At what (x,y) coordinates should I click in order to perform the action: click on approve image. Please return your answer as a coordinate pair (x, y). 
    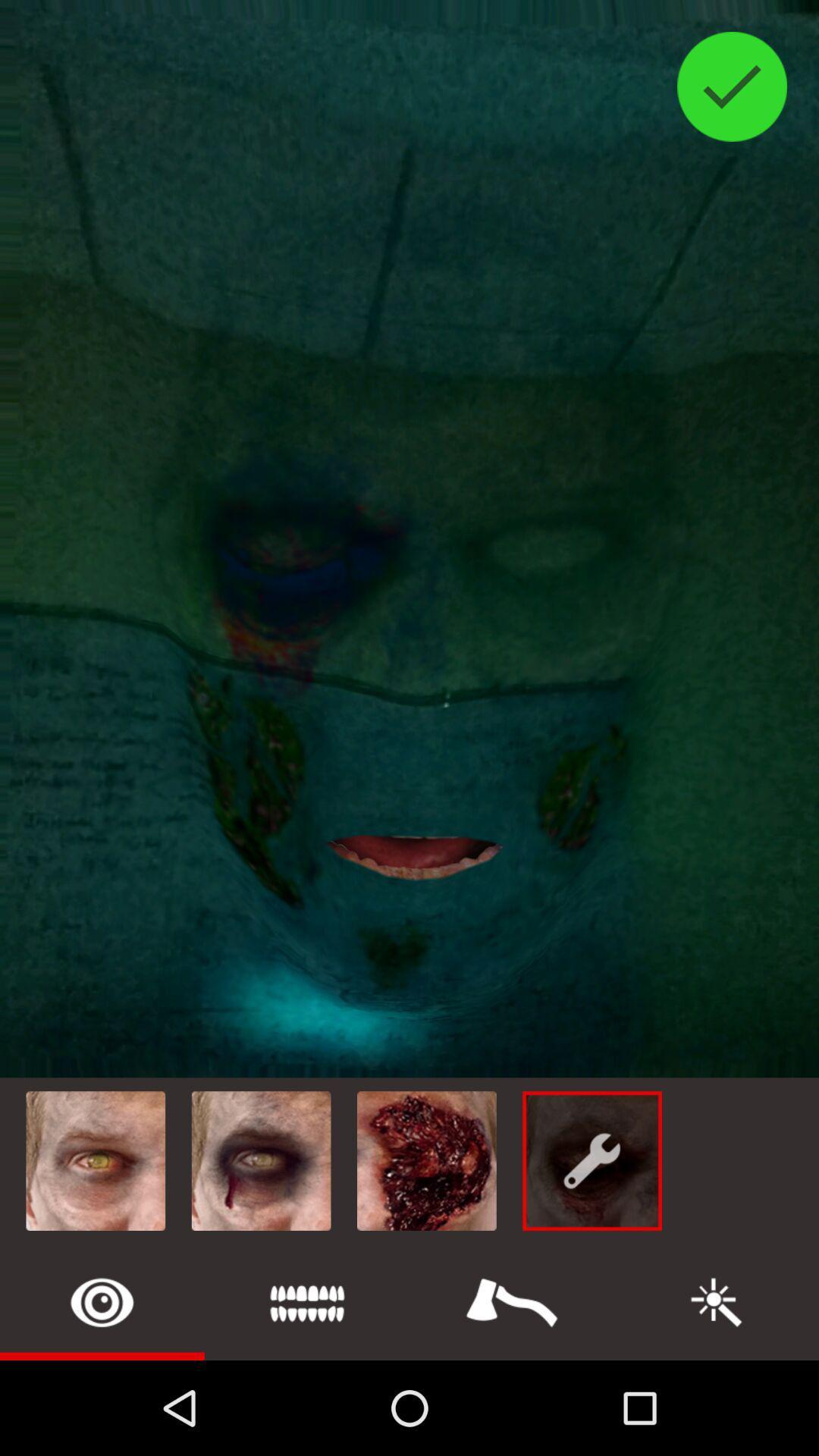
    Looking at the image, I should click on (731, 86).